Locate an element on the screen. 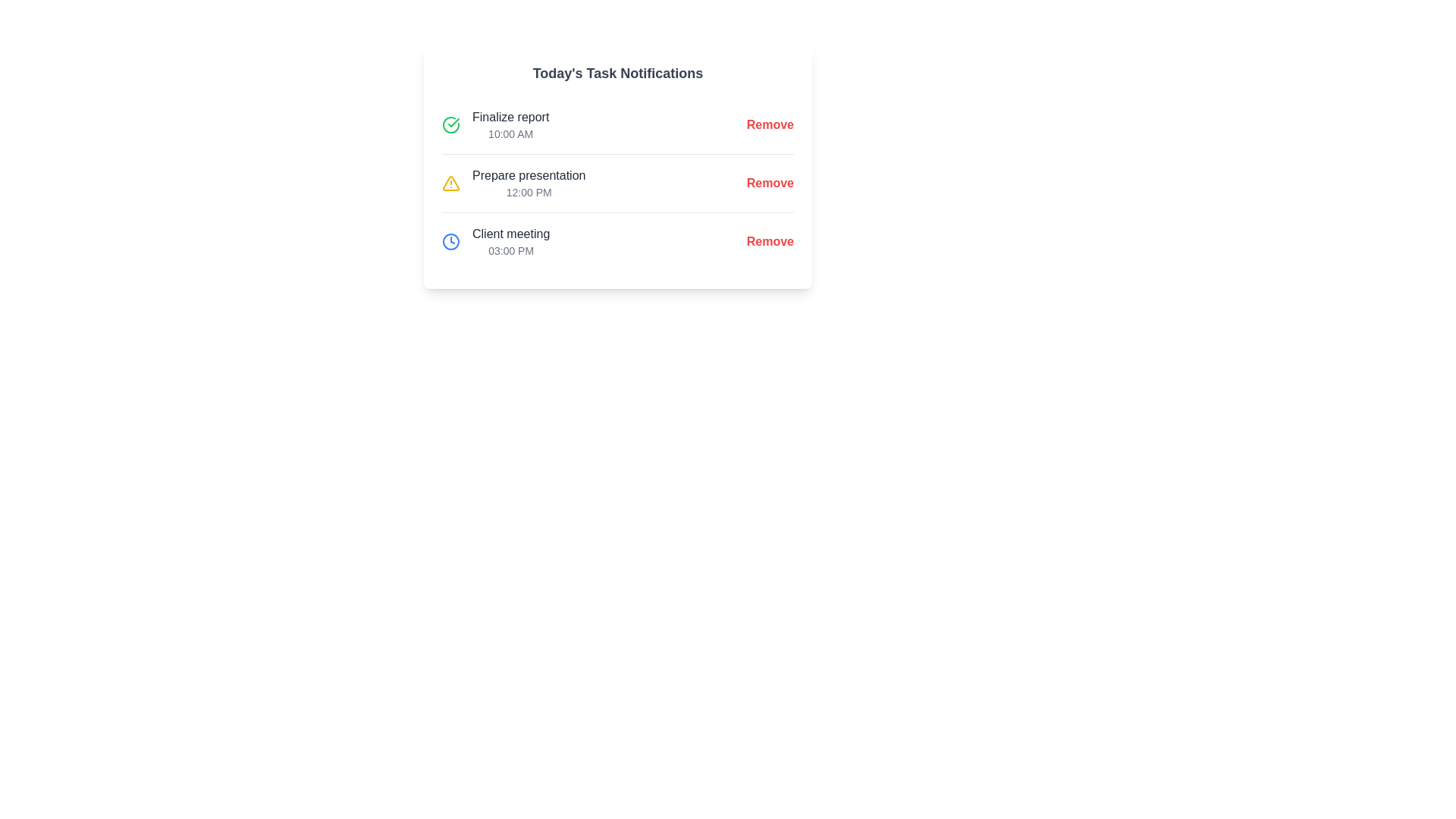  the text label indicating the title of the task located in the 'Client meeting' task row, which is positioned above the timestamp '03:00 PM' and to the left of the 'Remove' action link is located at coordinates (511, 234).